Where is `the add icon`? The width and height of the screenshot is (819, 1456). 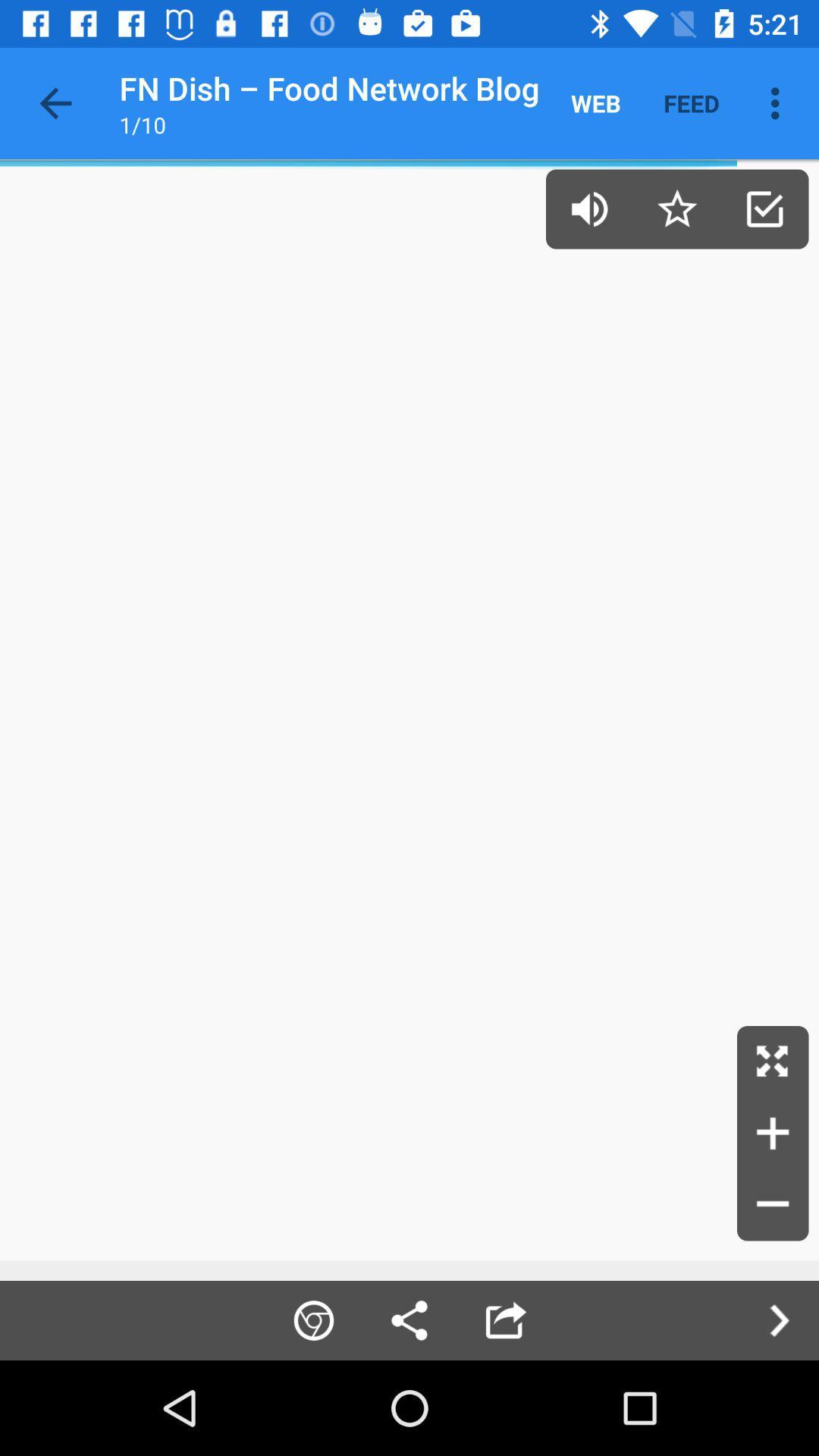
the add icon is located at coordinates (773, 1133).